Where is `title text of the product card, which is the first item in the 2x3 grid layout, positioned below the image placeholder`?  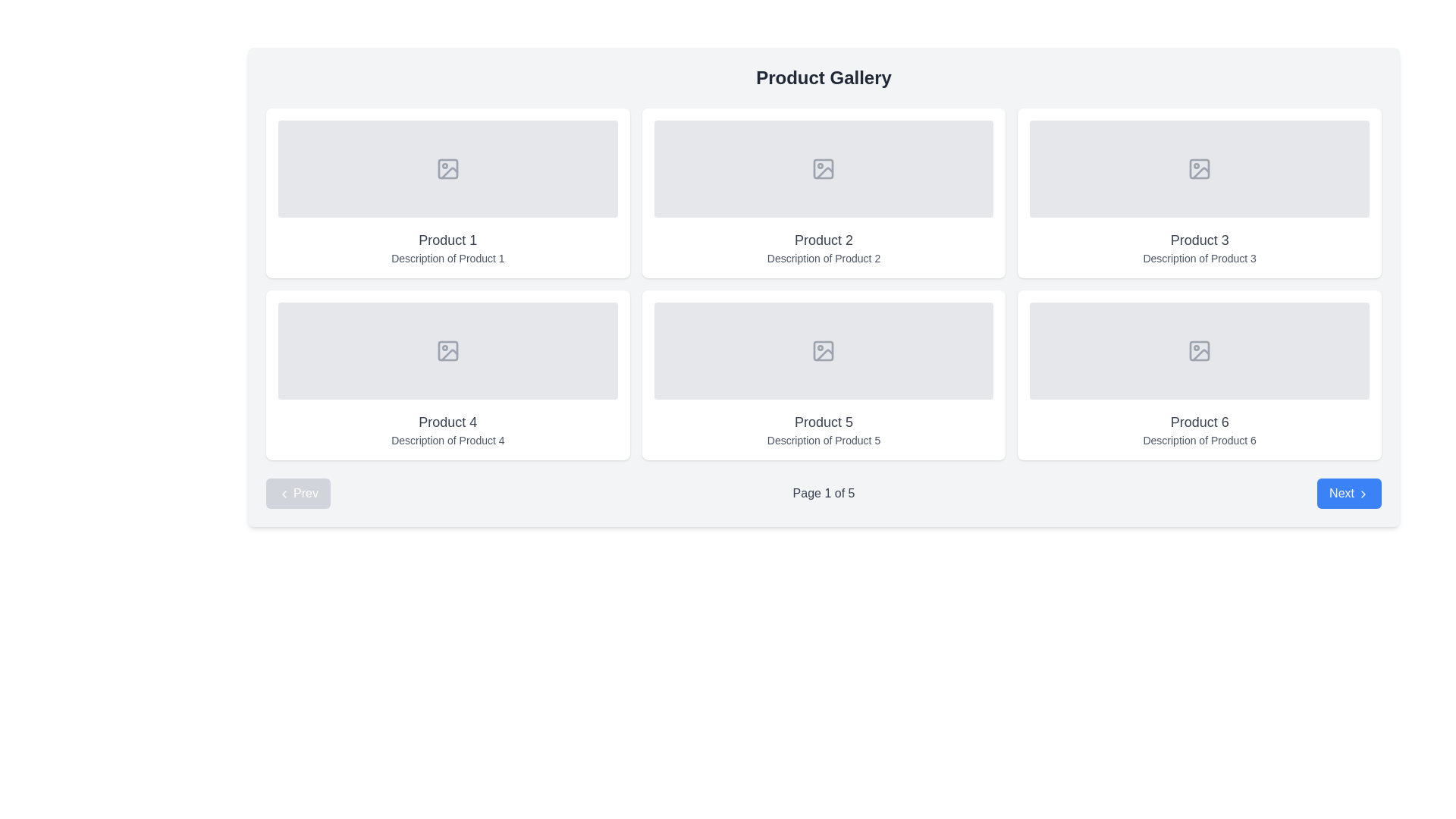 title text of the product card, which is the first item in the 2x3 grid layout, positioned below the image placeholder is located at coordinates (447, 239).